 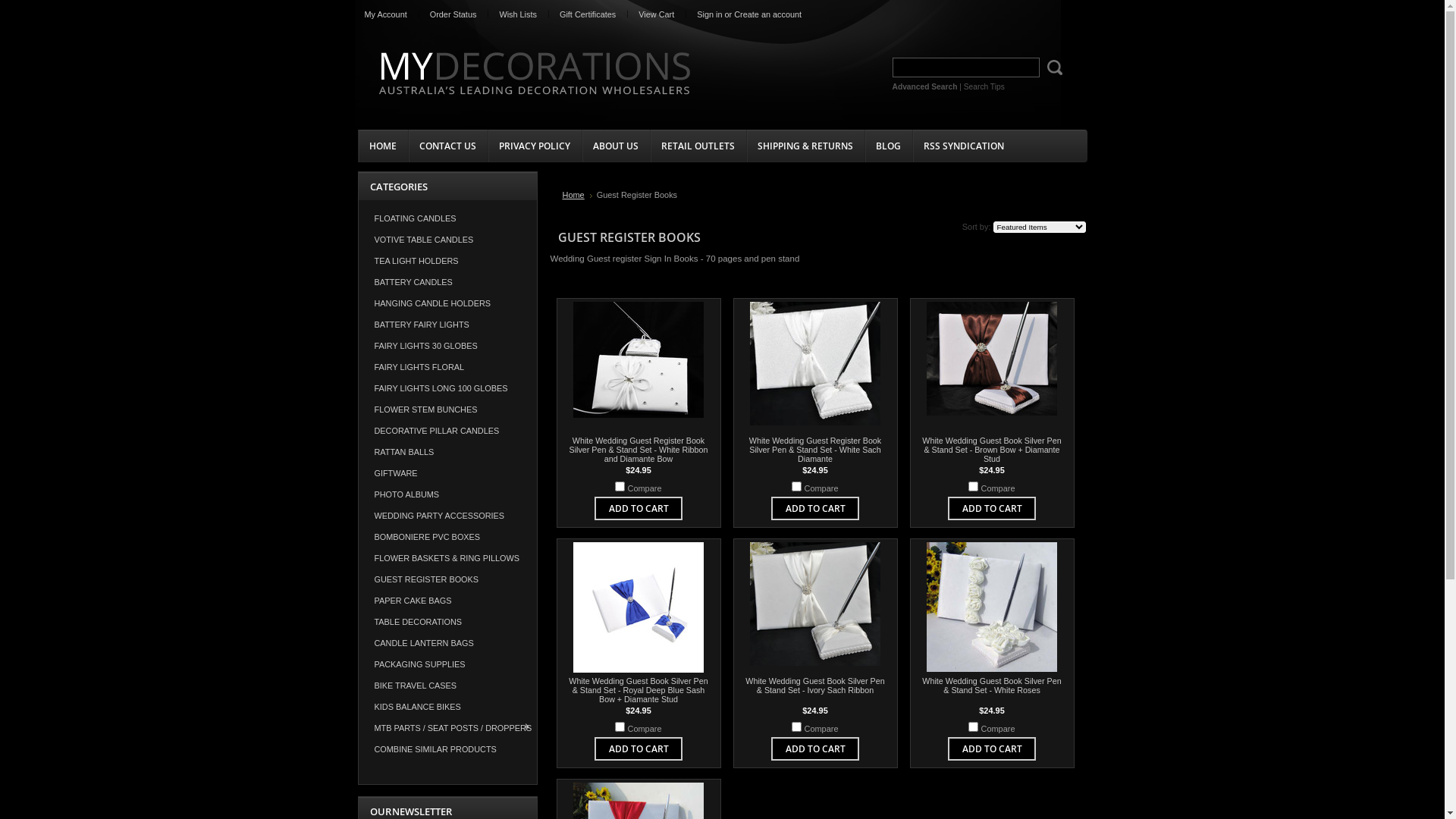 I want to click on 'Wish Lists', so click(x=488, y=14).